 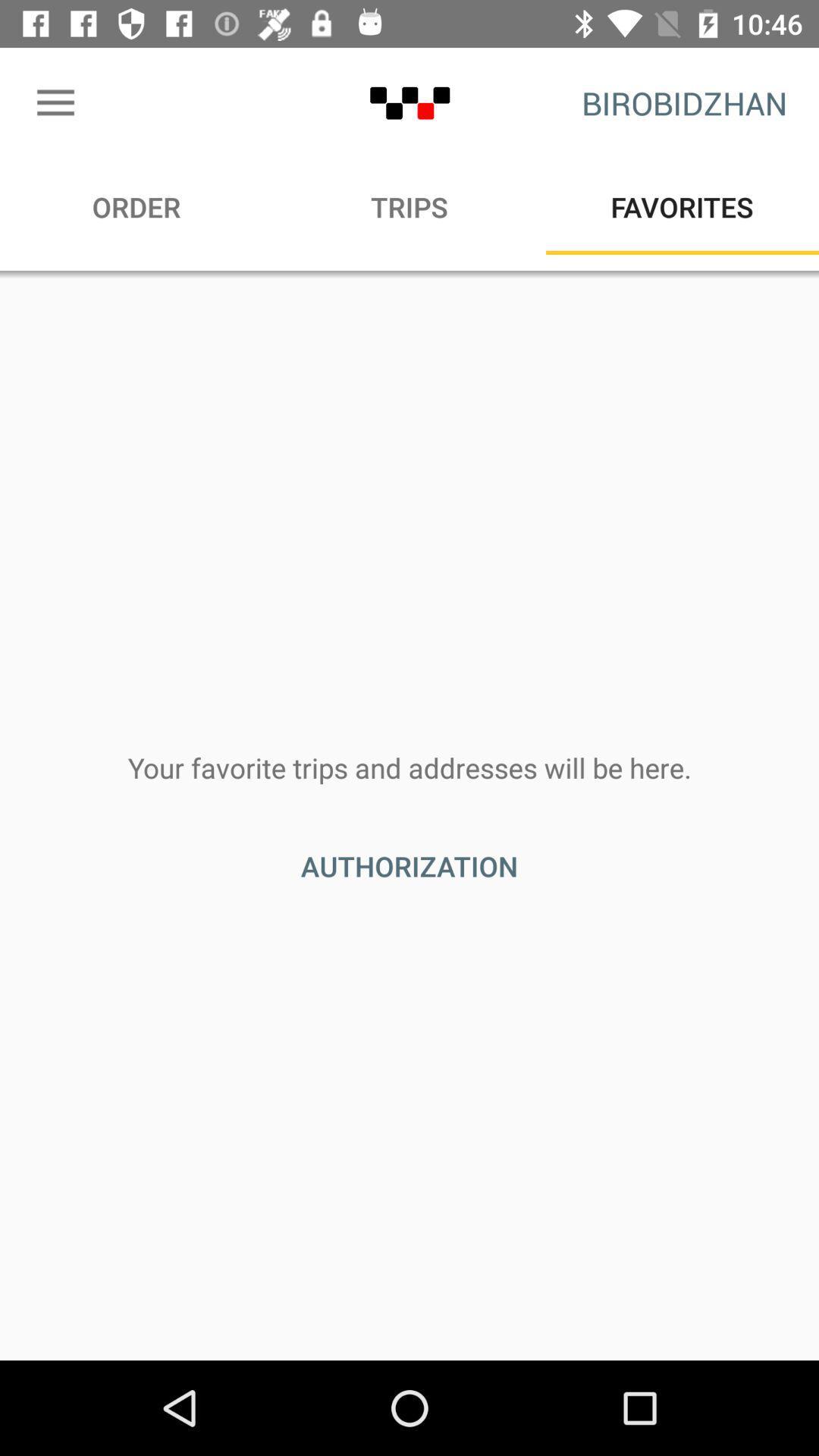 I want to click on birobidzhan item, so click(x=684, y=102).